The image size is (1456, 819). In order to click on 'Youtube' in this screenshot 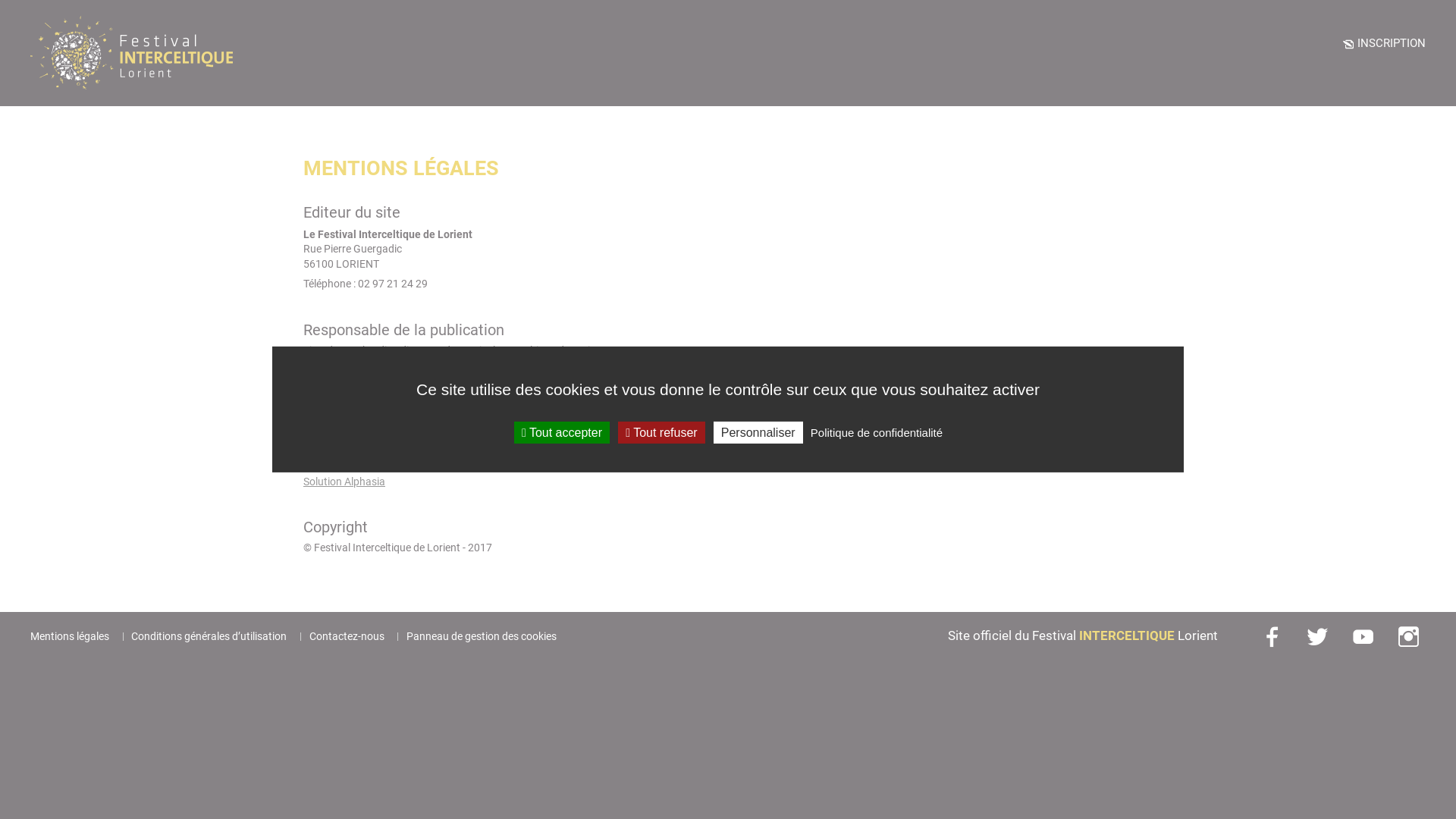, I will do `click(1365, 636)`.